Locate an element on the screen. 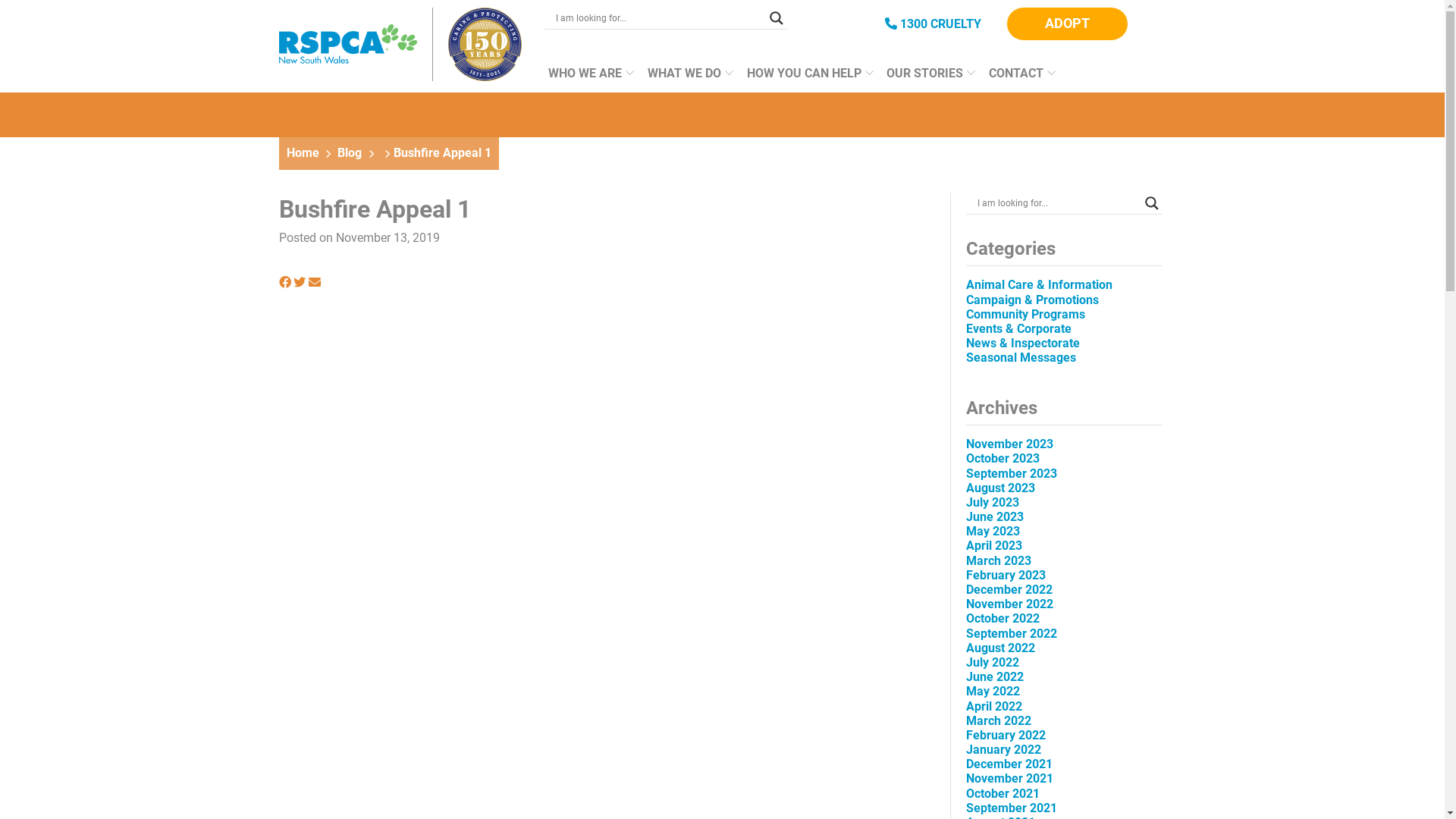 This screenshot has width=1456, height=819. 'CONTACT' is located at coordinates (1018, 79).